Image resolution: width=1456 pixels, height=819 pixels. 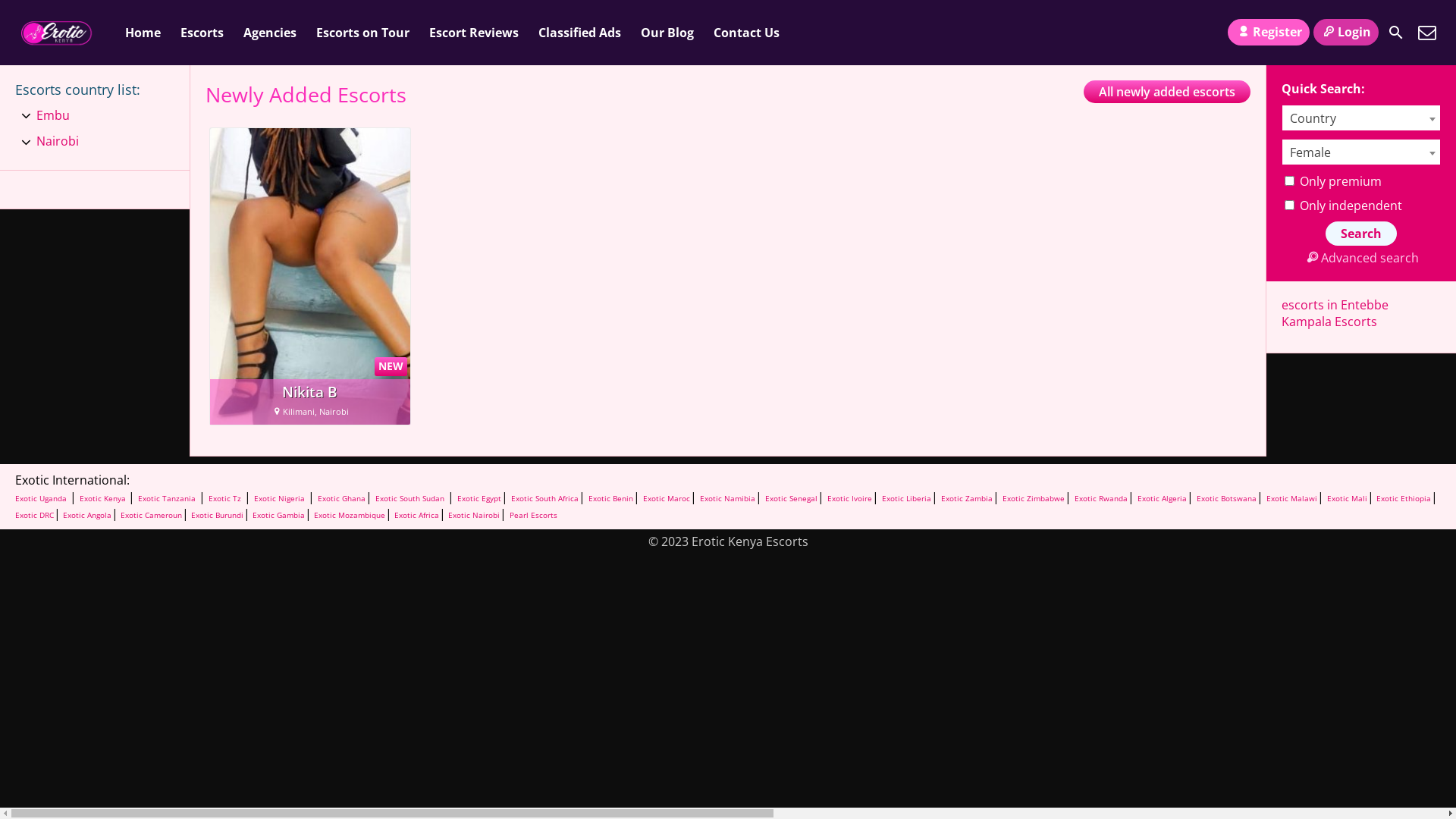 What do you see at coordinates (224, 497) in the screenshot?
I see `'Exotic Tz'` at bounding box center [224, 497].